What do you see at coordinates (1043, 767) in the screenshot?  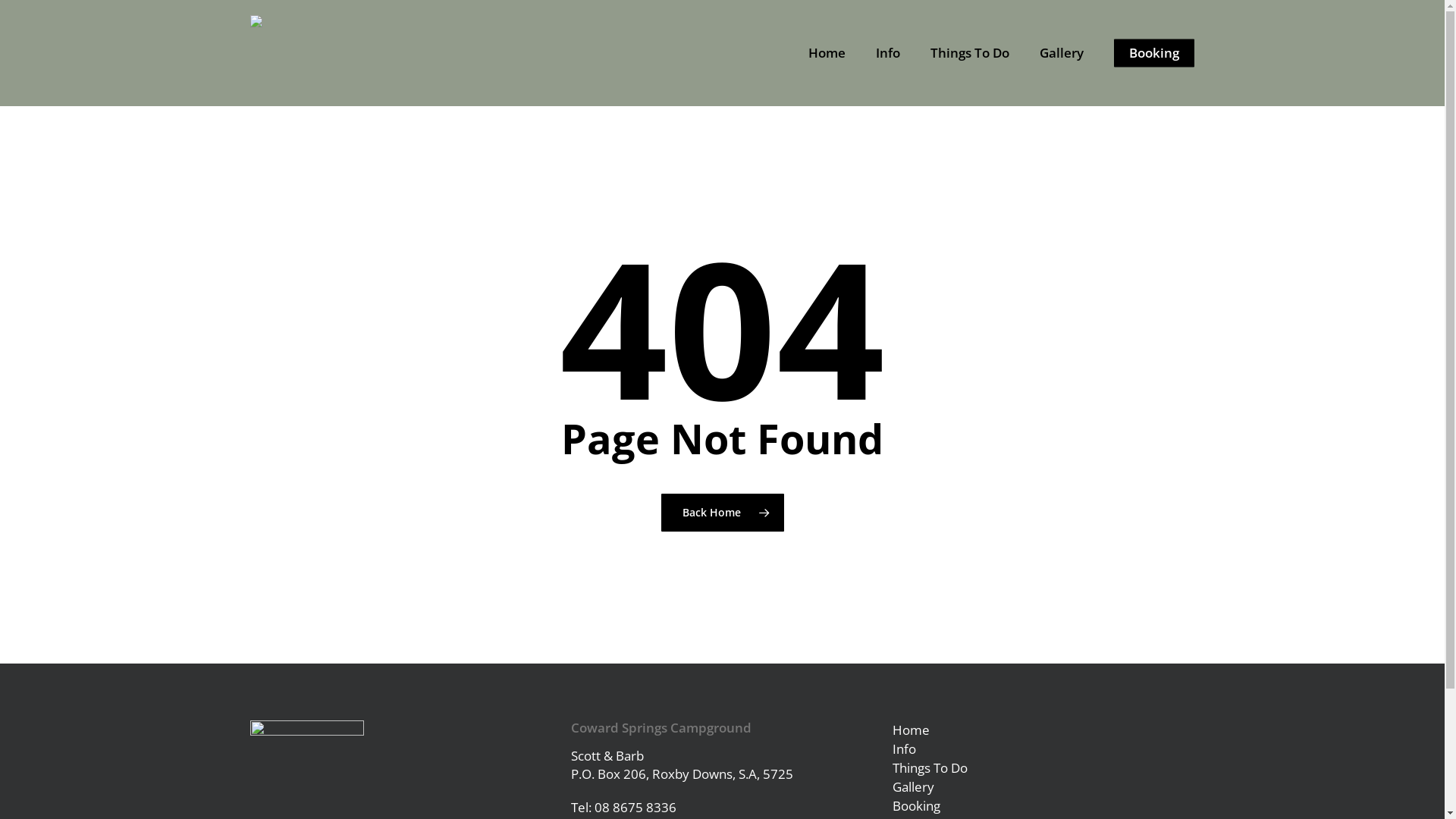 I see `'Things To Do'` at bounding box center [1043, 767].